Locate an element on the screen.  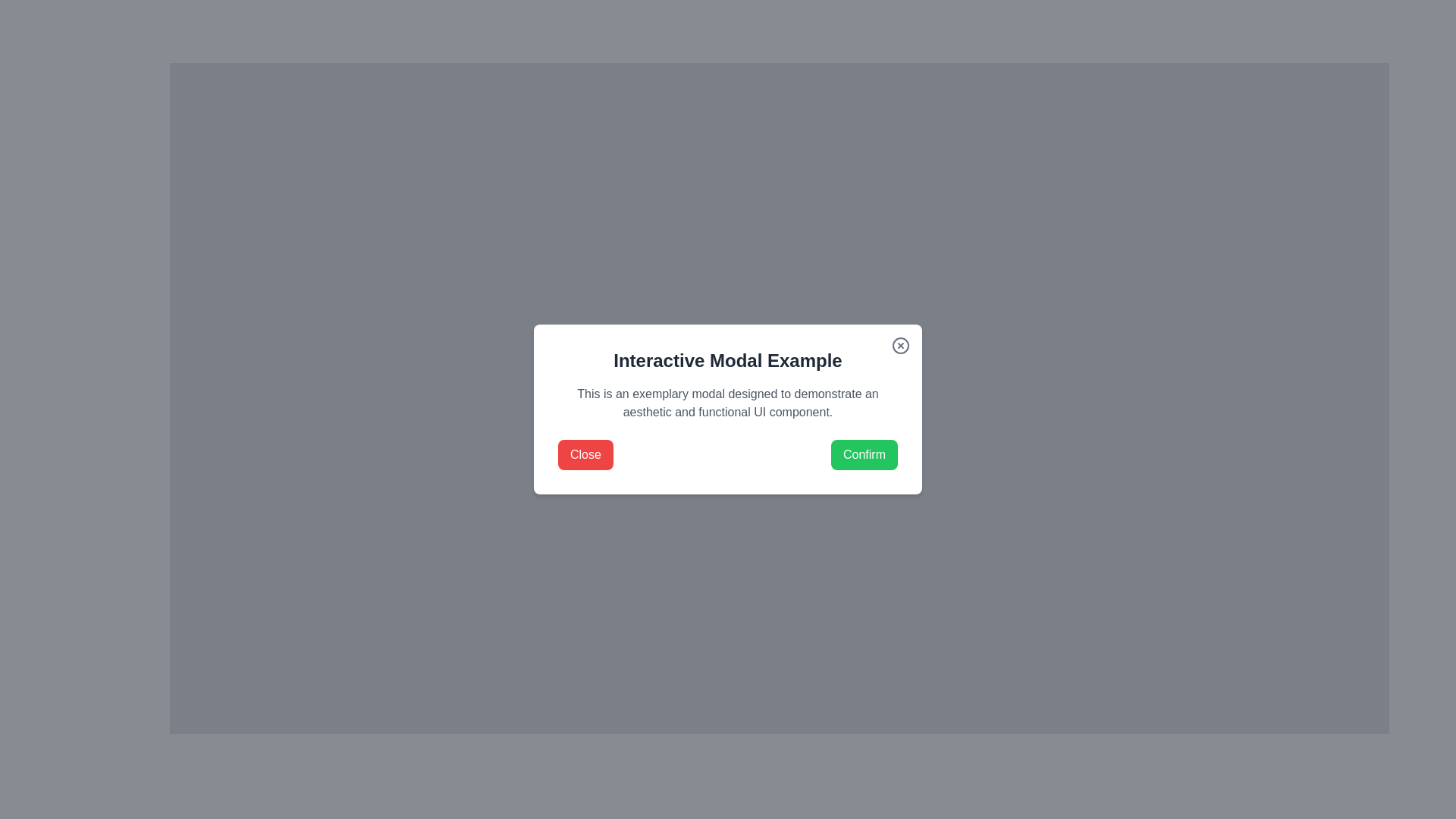
the 'Confirm' button located in the bottom-right corner of the modal for keyboard interaction is located at coordinates (864, 454).